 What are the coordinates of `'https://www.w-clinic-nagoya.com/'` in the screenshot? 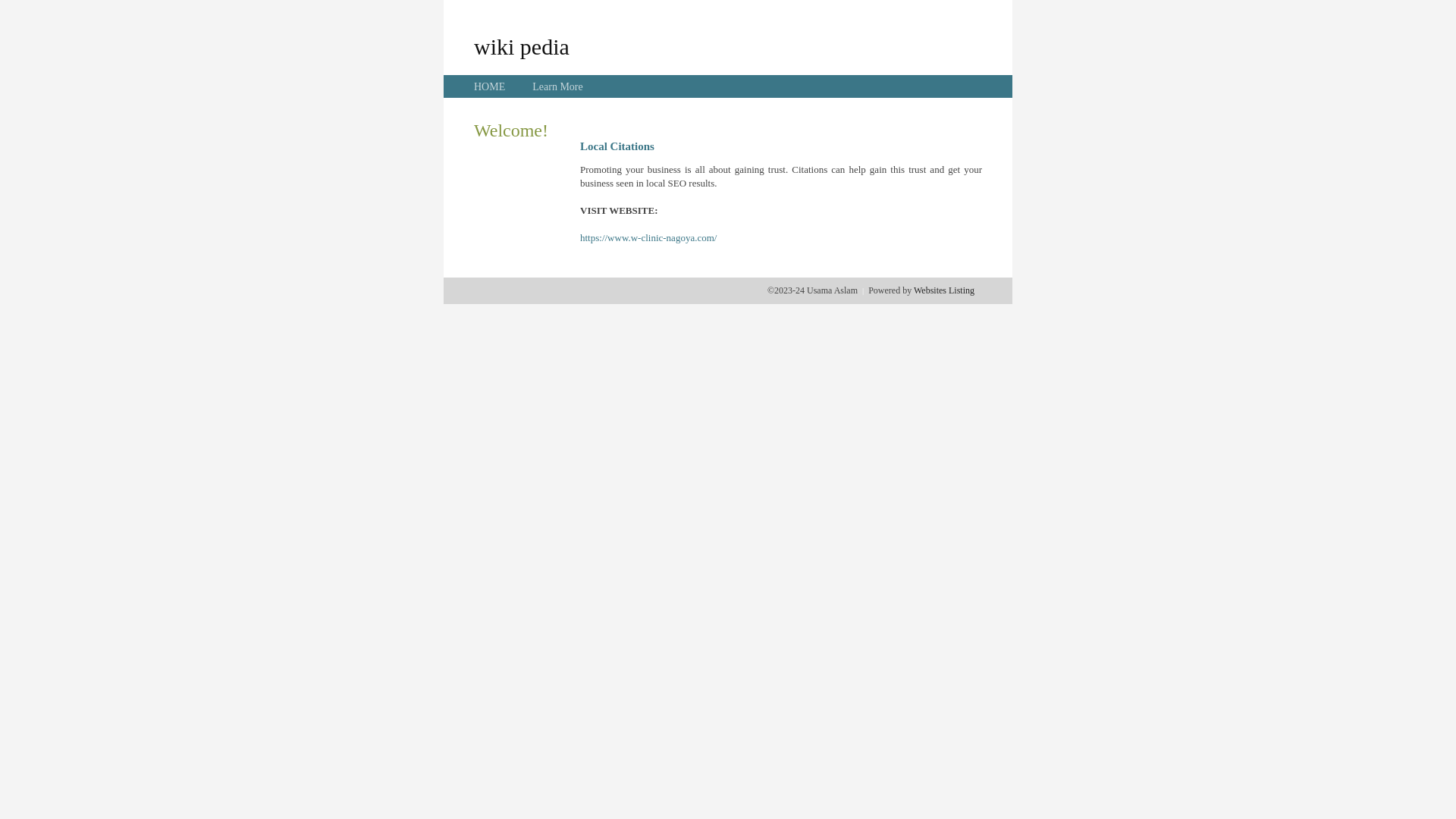 It's located at (648, 237).